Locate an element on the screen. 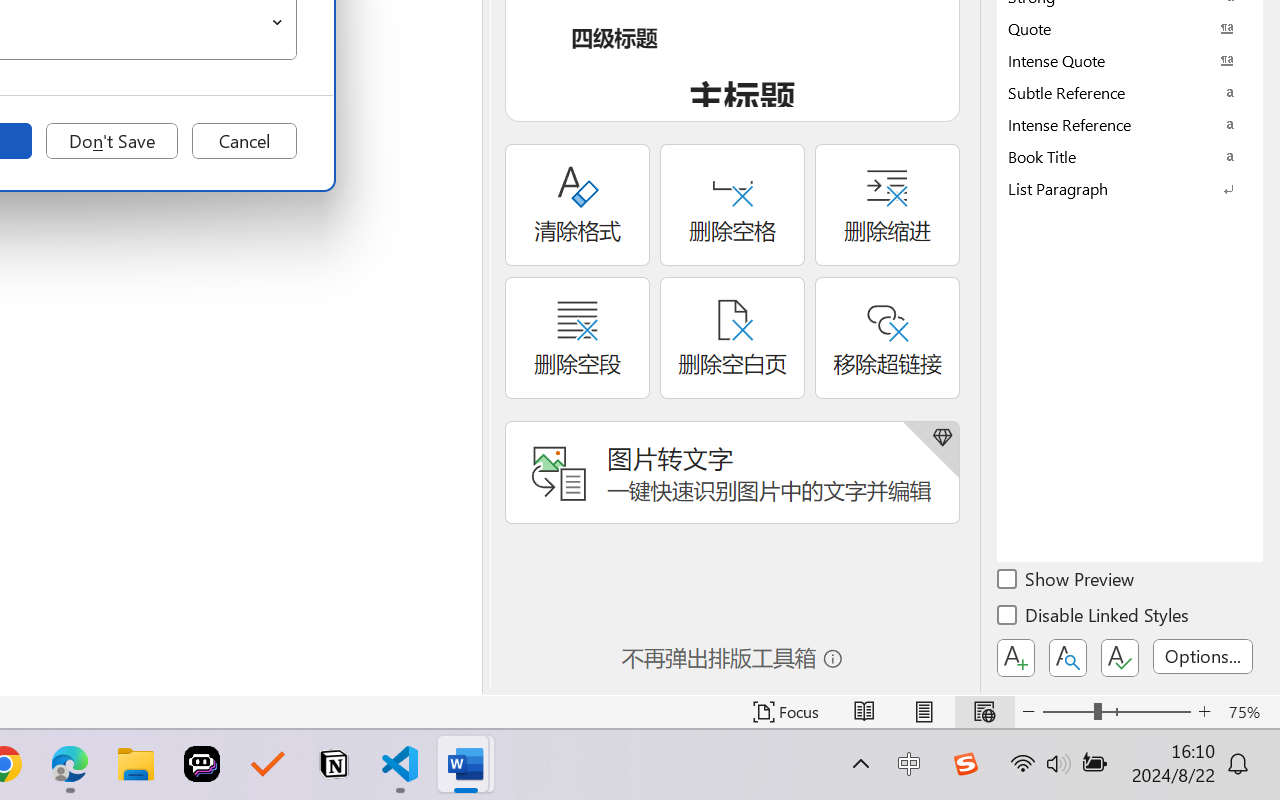 The image size is (1280, 800). 'Print Layout' is located at coordinates (923, 711).